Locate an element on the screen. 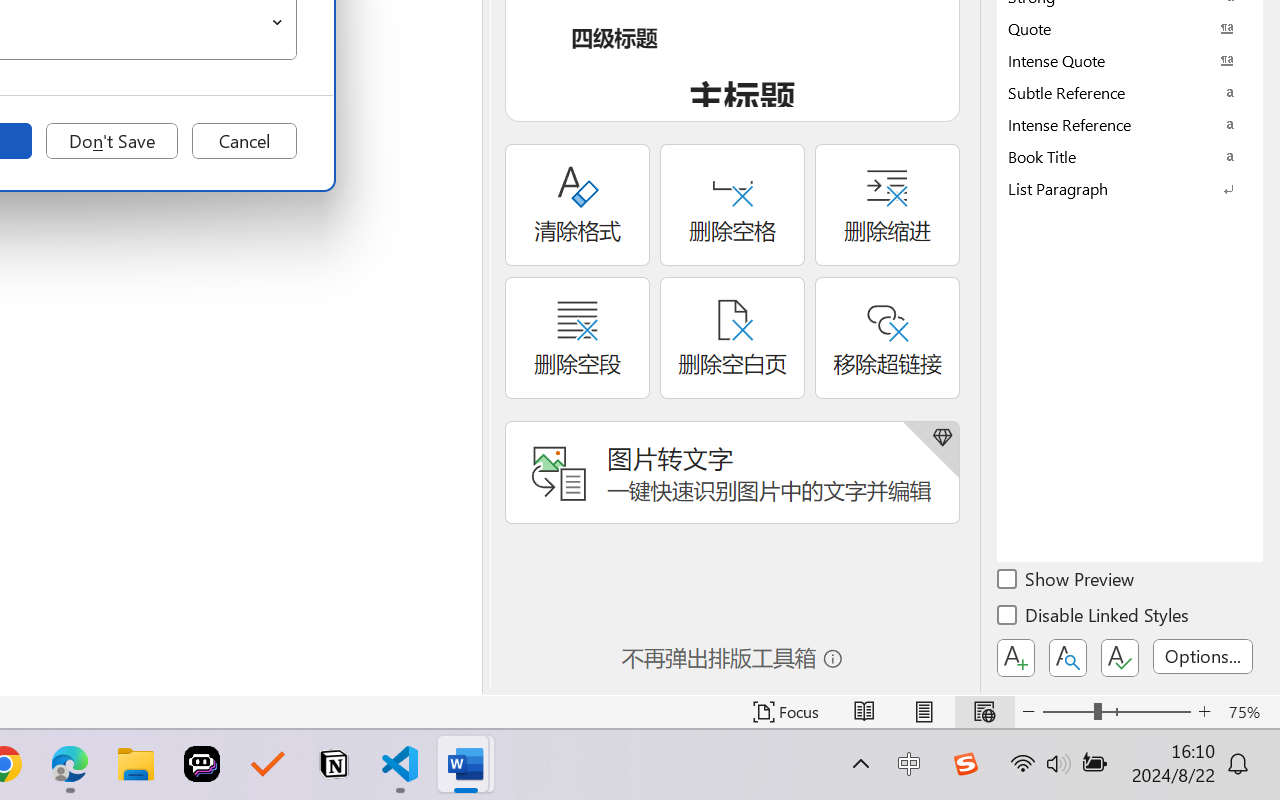 The image size is (1280, 800). 'Print Layout' is located at coordinates (923, 711).